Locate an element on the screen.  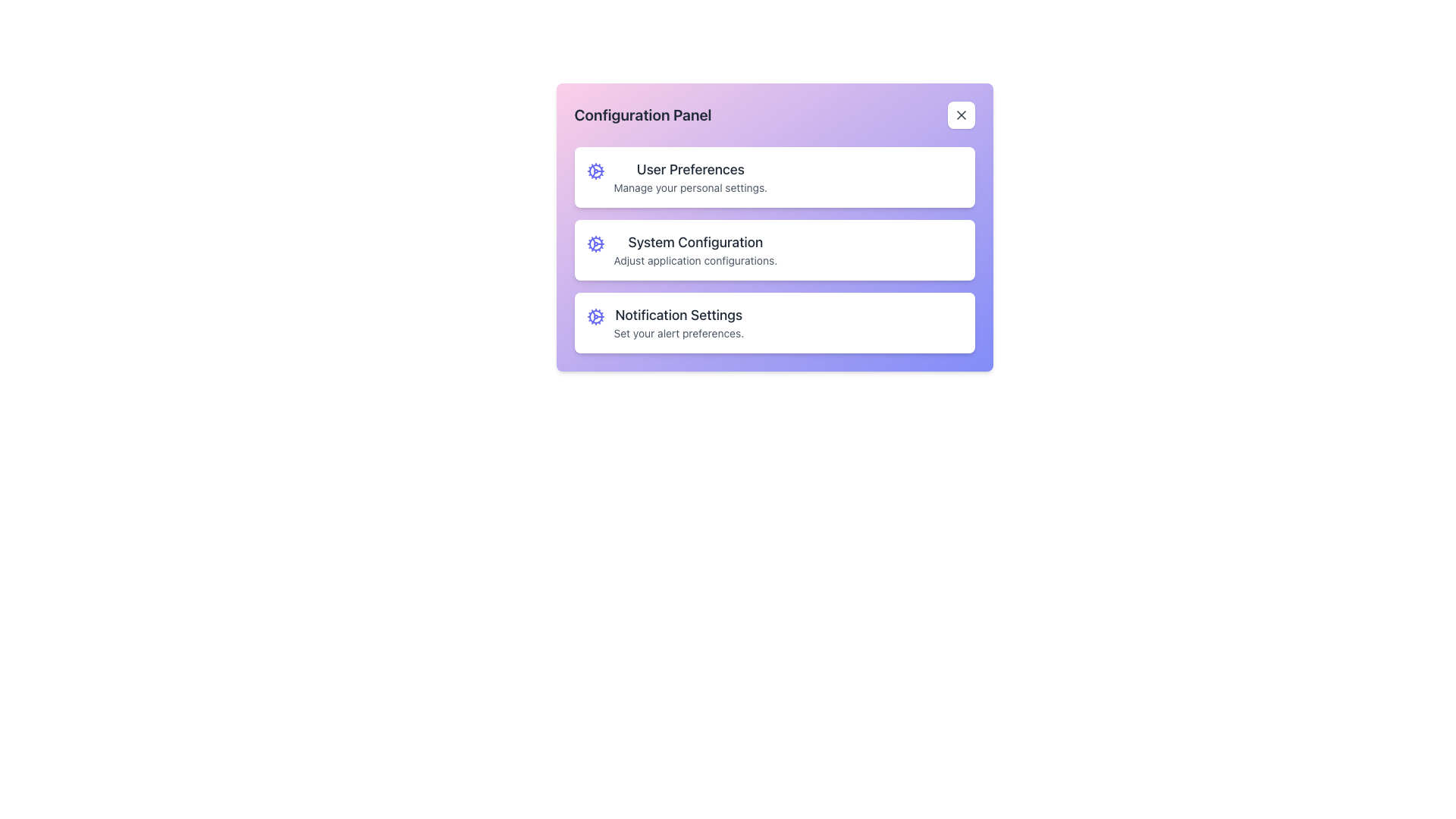
the text label that serves as the title for the first section in the settings panel, which indicates the section it represents is located at coordinates (689, 169).